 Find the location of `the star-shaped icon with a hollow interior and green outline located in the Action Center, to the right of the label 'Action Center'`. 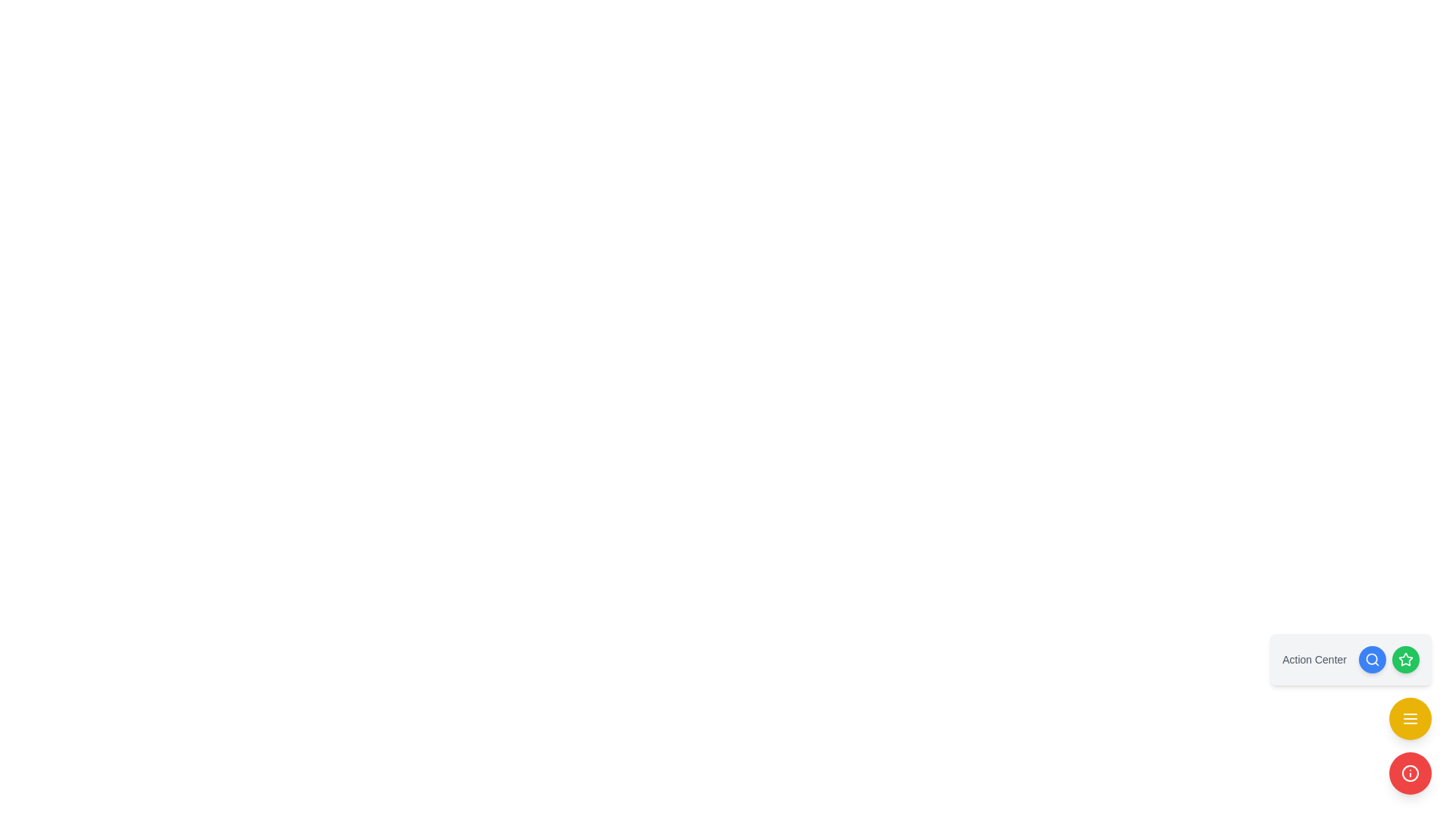

the star-shaped icon with a hollow interior and green outline located in the Action Center, to the right of the label 'Action Center' is located at coordinates (1404, 658).